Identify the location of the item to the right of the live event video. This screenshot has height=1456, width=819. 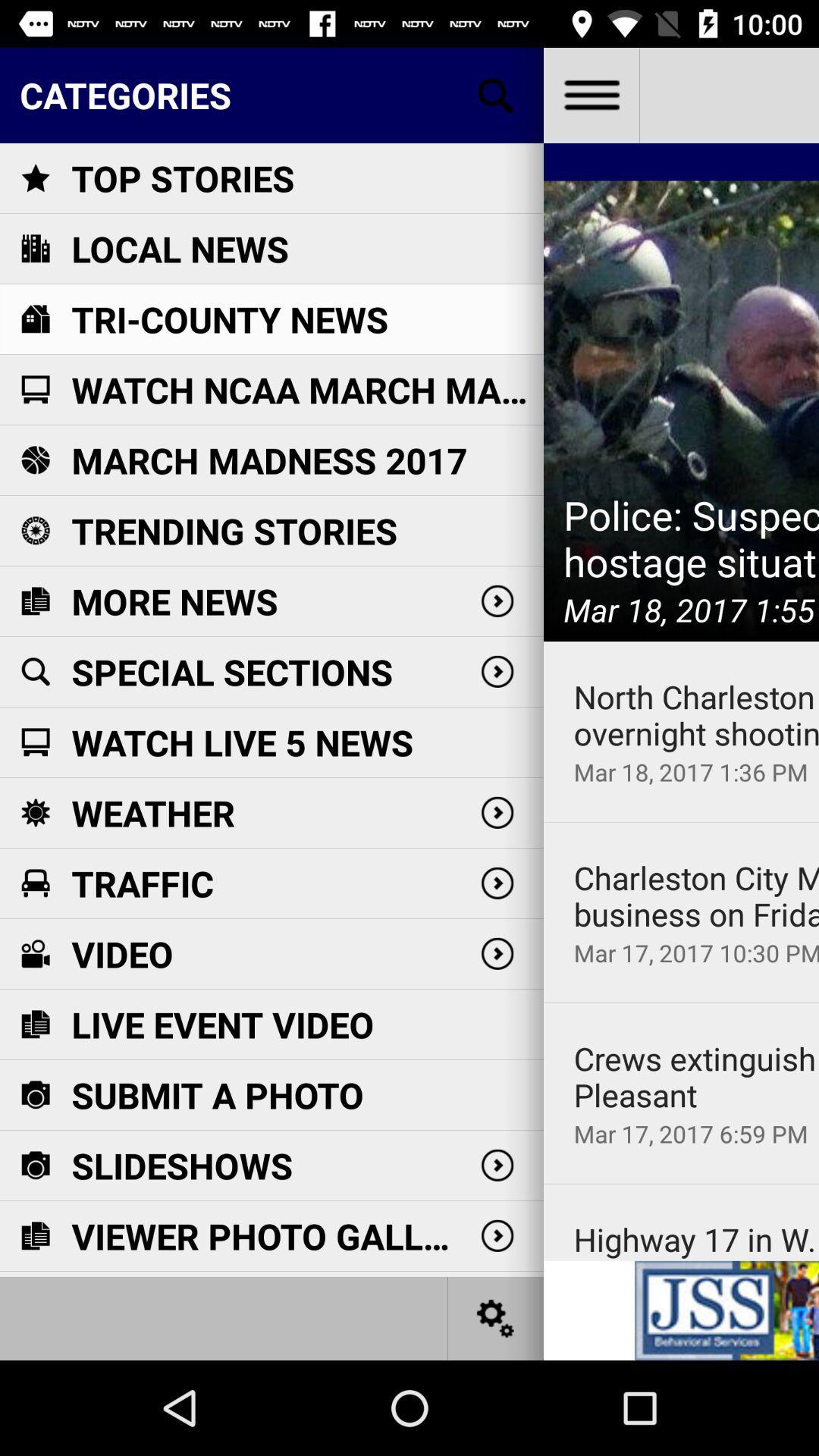
(696, 1076).